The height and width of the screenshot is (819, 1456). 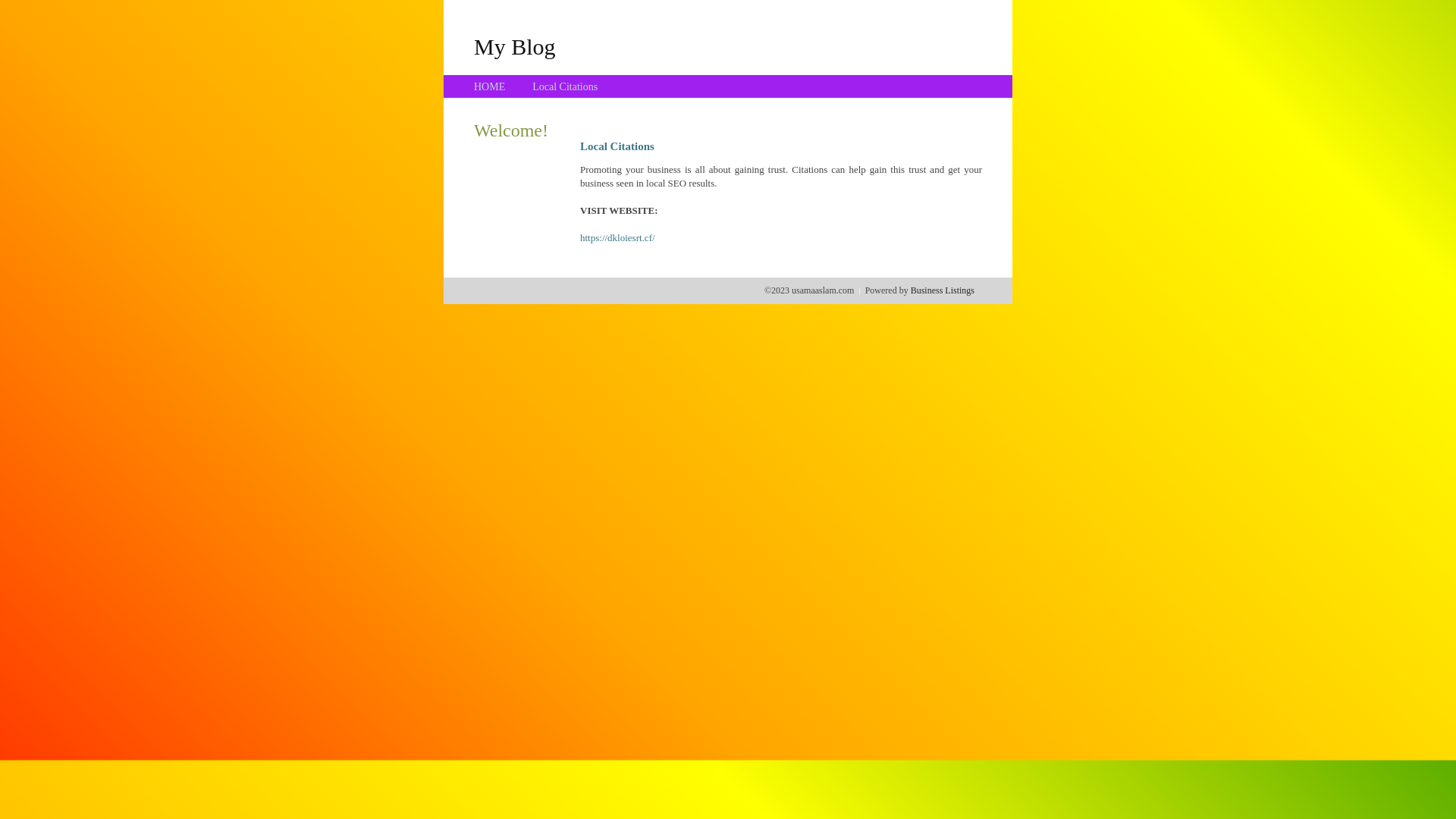 I want to click on 'Local Citations', so click(x=532, y=86).